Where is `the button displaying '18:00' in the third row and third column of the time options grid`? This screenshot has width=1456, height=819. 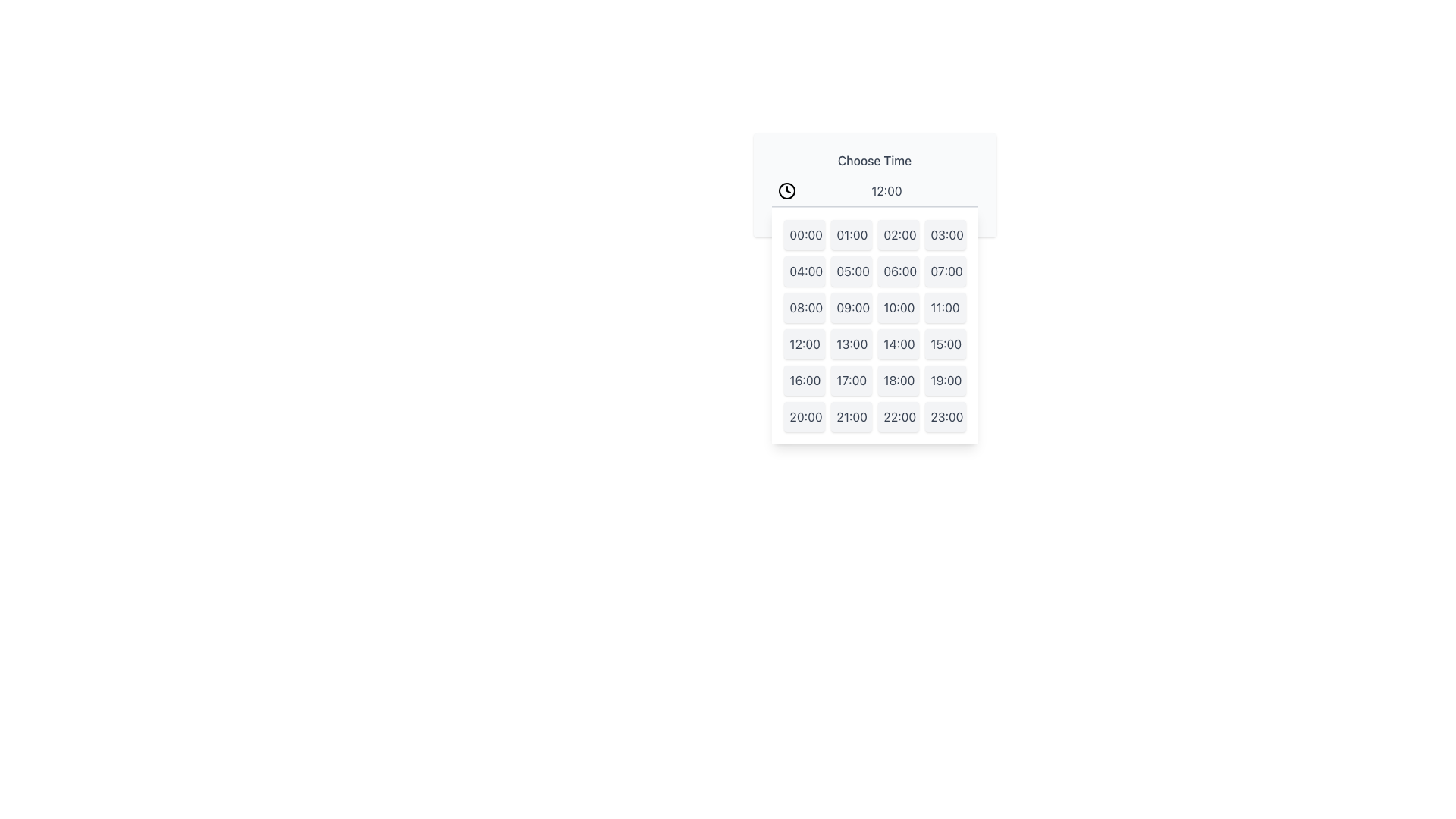 the button displaying '18:00' in the third row and third column of the time options grid is located at coordinates (898, 379).